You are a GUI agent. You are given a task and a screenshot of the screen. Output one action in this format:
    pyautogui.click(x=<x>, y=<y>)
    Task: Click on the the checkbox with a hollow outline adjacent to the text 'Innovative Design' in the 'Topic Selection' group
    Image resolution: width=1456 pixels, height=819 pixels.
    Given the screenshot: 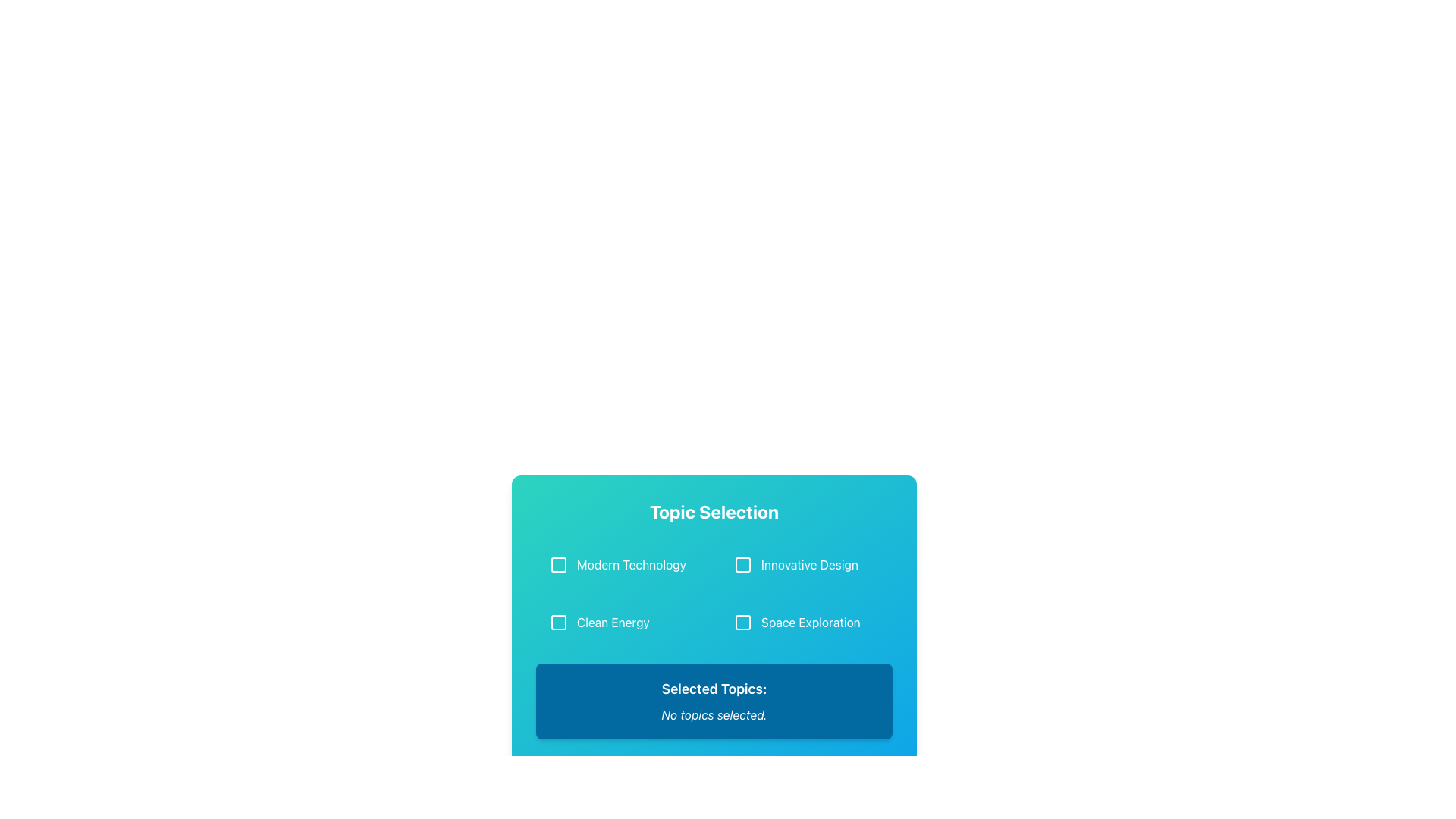 What is the action you would take?
    pyautogui.click(x=742, y=564)
    